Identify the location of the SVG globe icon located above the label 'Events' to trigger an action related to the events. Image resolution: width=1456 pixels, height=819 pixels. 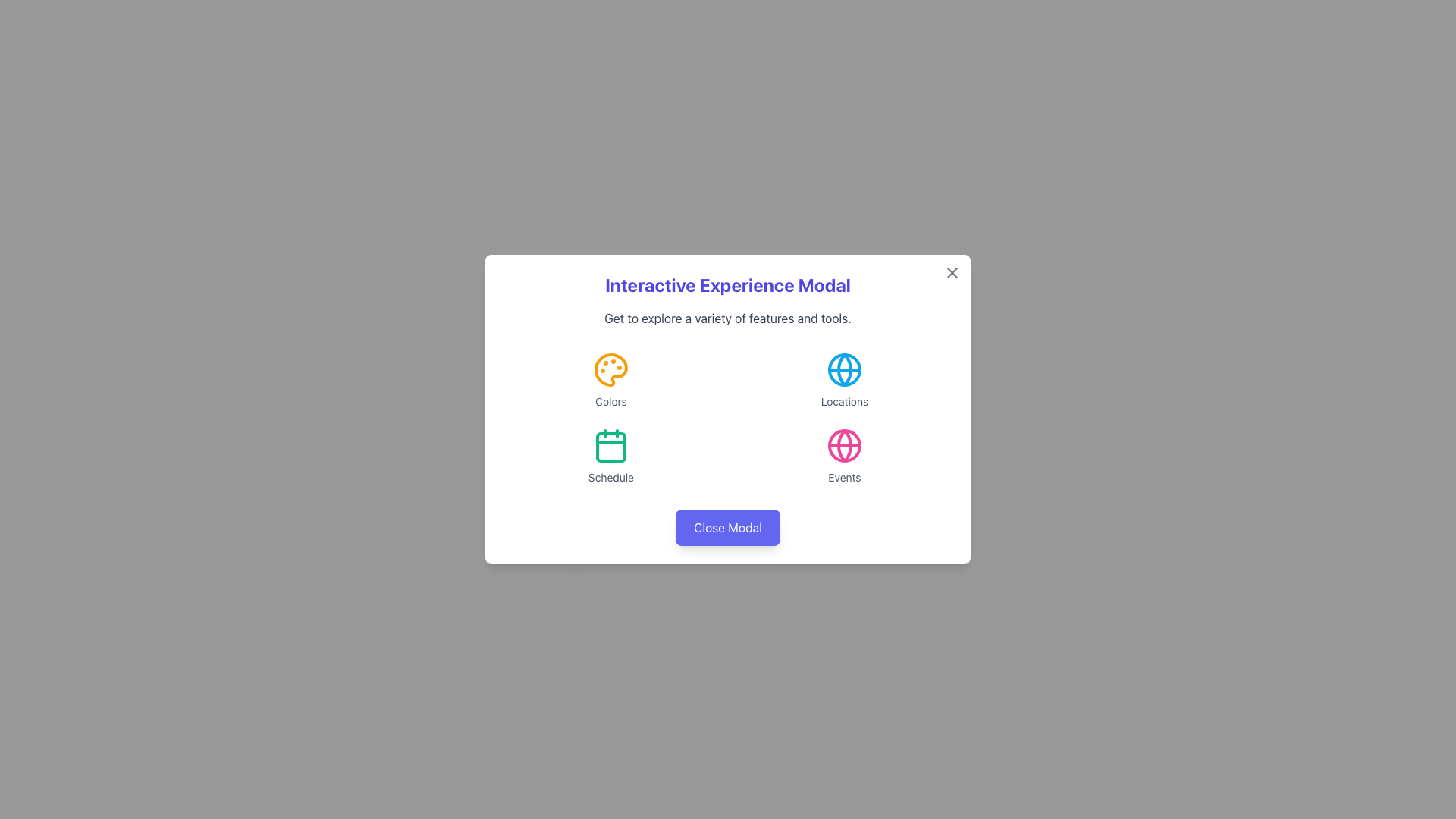
(843, 444).